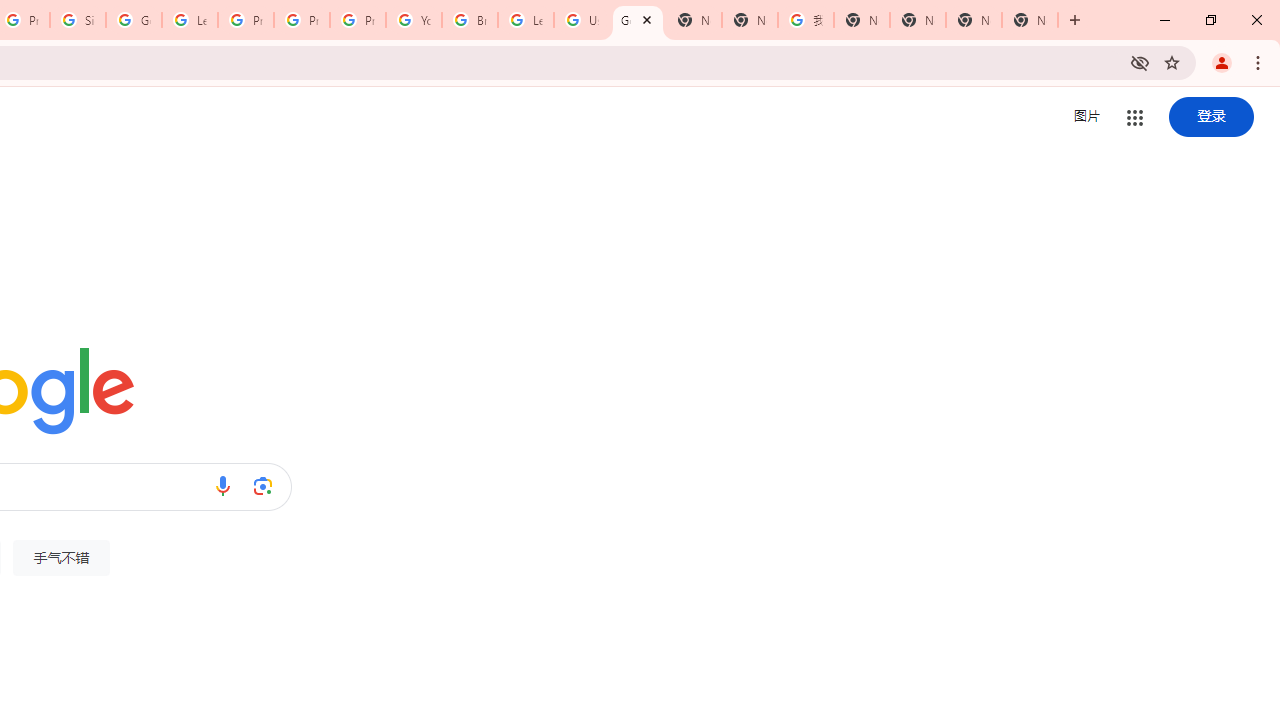  What do you see at coordinates (244, 20) in the screenshot?
I see `'Privacy Help Center - Policies Help'` at bounding box center [244, 20].